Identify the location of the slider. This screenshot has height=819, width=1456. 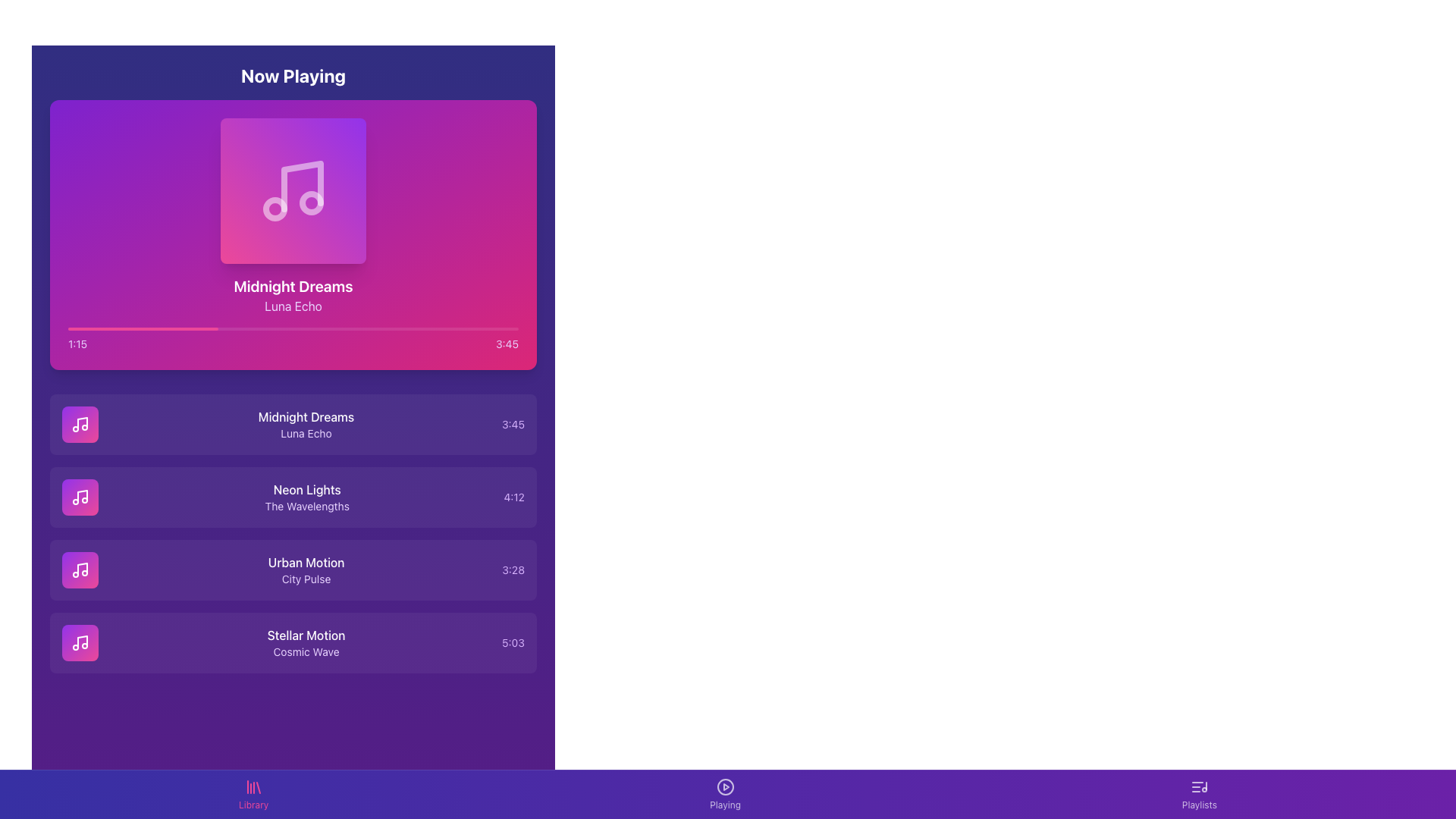
(378, 328).